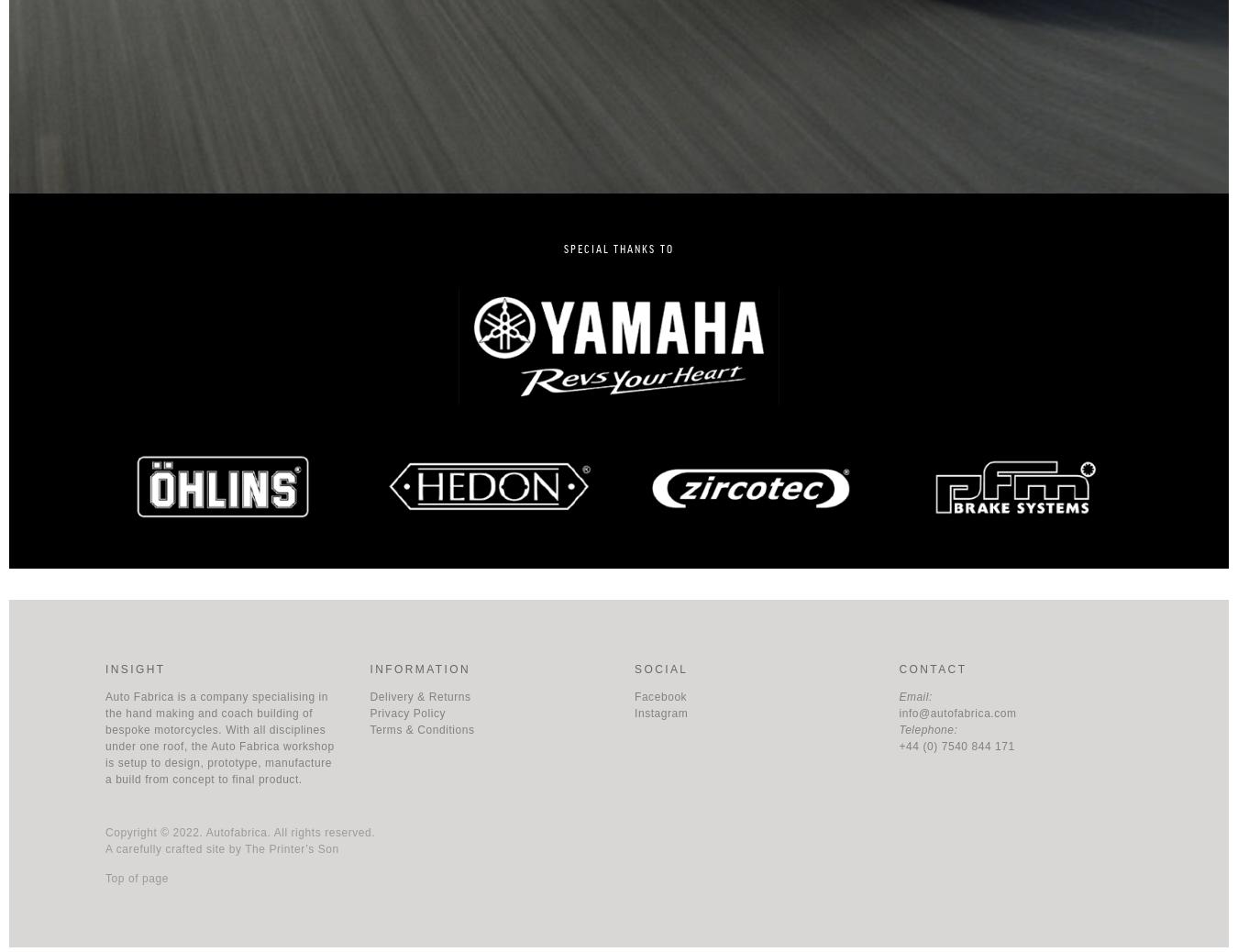 The height and width of the screenshot is (952, 1238). Describe the element at coordinates (419, 667) in the screenshot. I see `'Information'` at that location.